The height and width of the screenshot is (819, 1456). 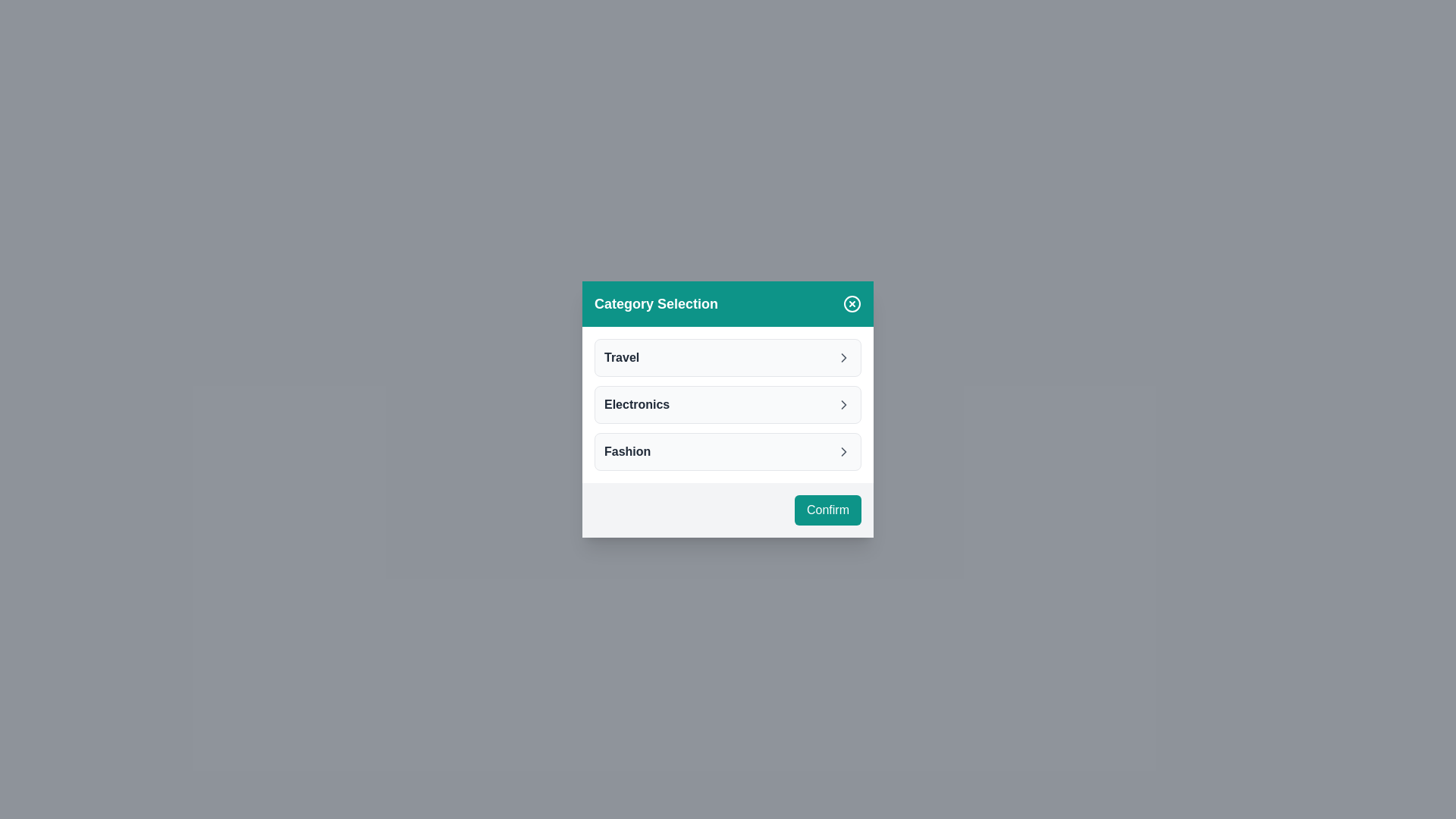 I want to click on the category labeled Travel to expand it, so click(x=728, y=357).